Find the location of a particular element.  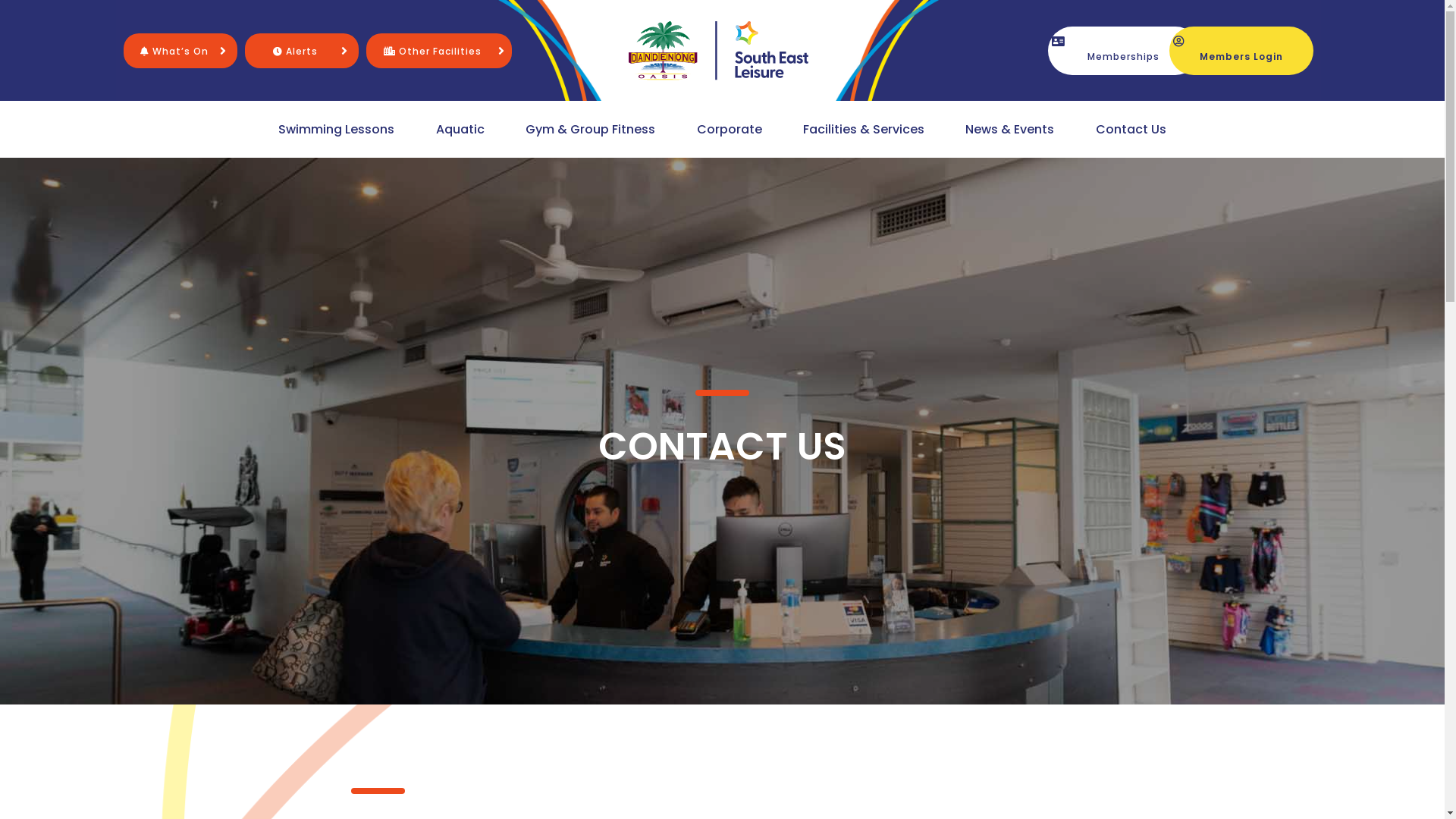

'Other Facilities' is located at coordinates (383, 49).